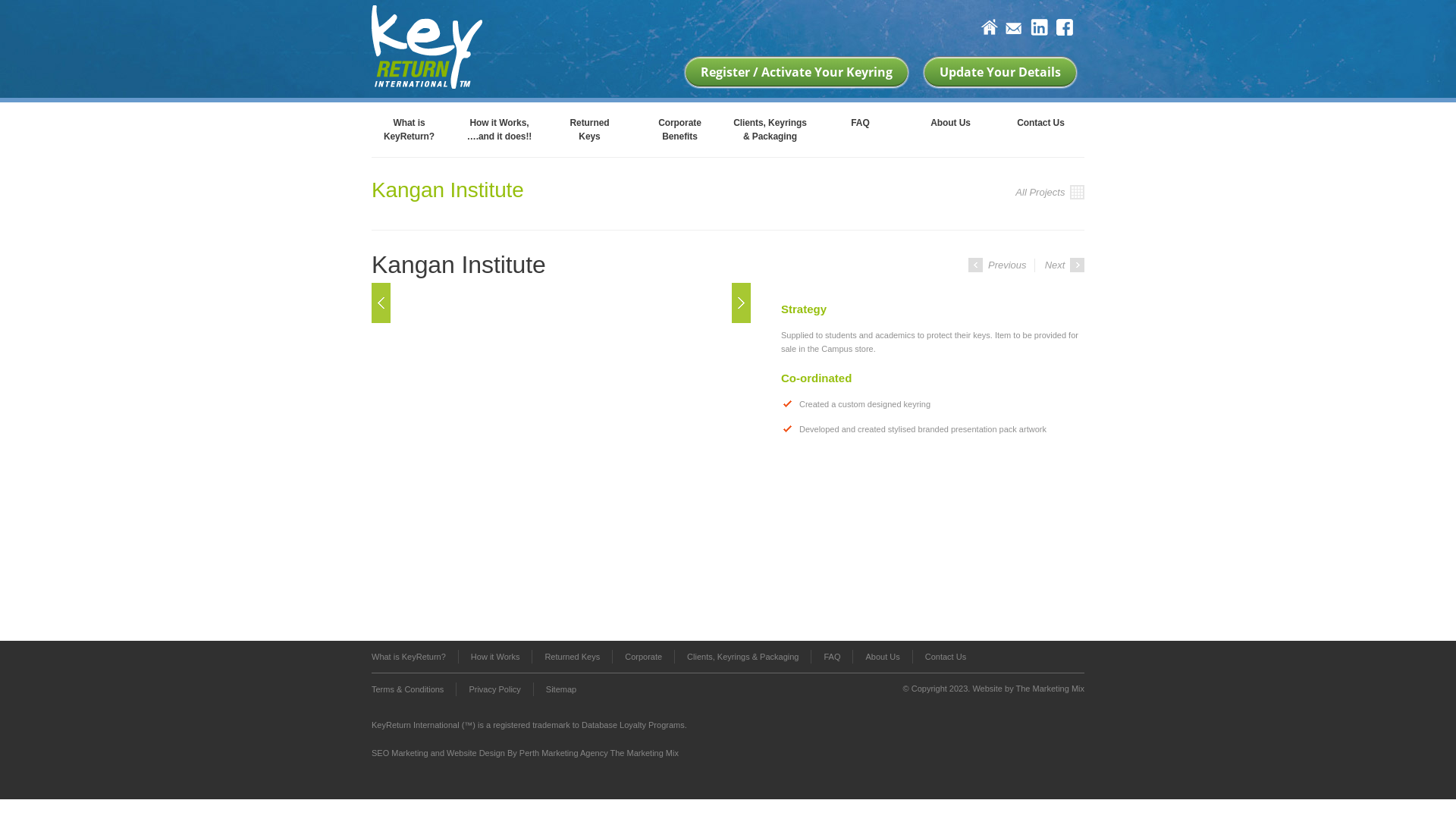 The image size is (1456, 819). What do you see at coordinates (425, 44) in the screenshot?
I see `'KeyReturn'` at bounding box center [425, 44].